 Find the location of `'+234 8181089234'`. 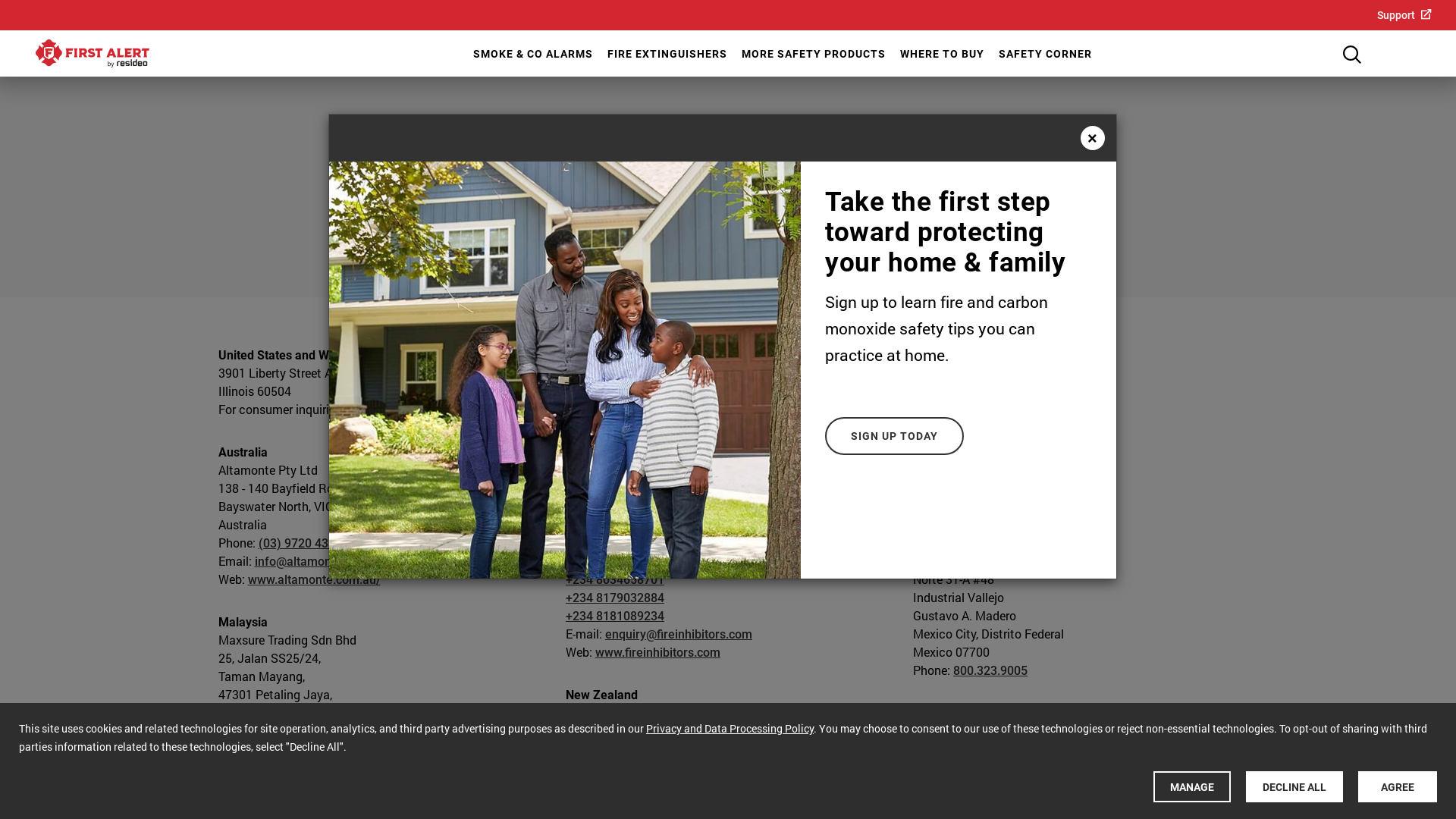

'+234 8181089234' is located at coordinates (615, 615).